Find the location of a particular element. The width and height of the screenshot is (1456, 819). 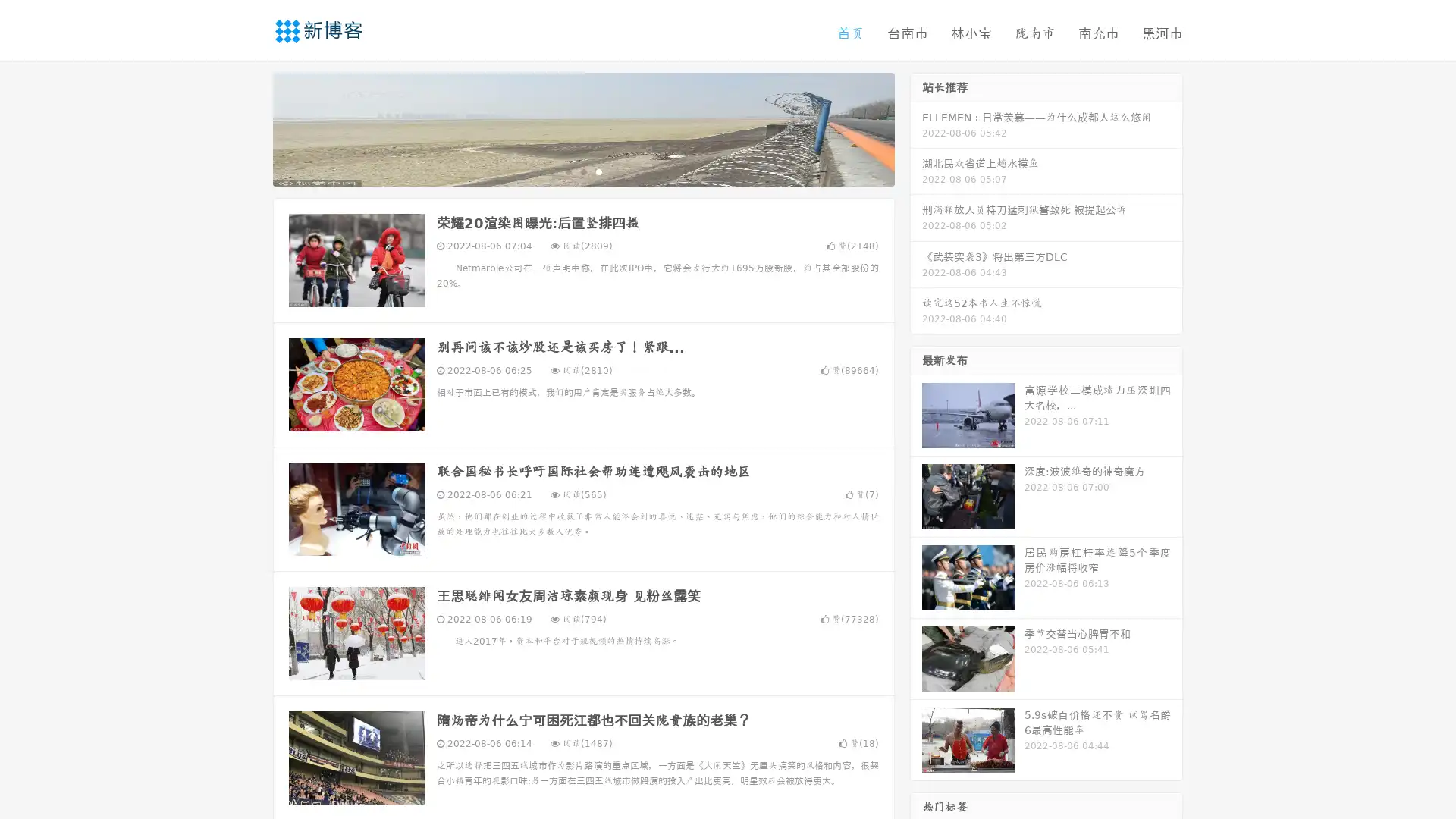

Go to slide 3 is located at coordinates (598, 171).